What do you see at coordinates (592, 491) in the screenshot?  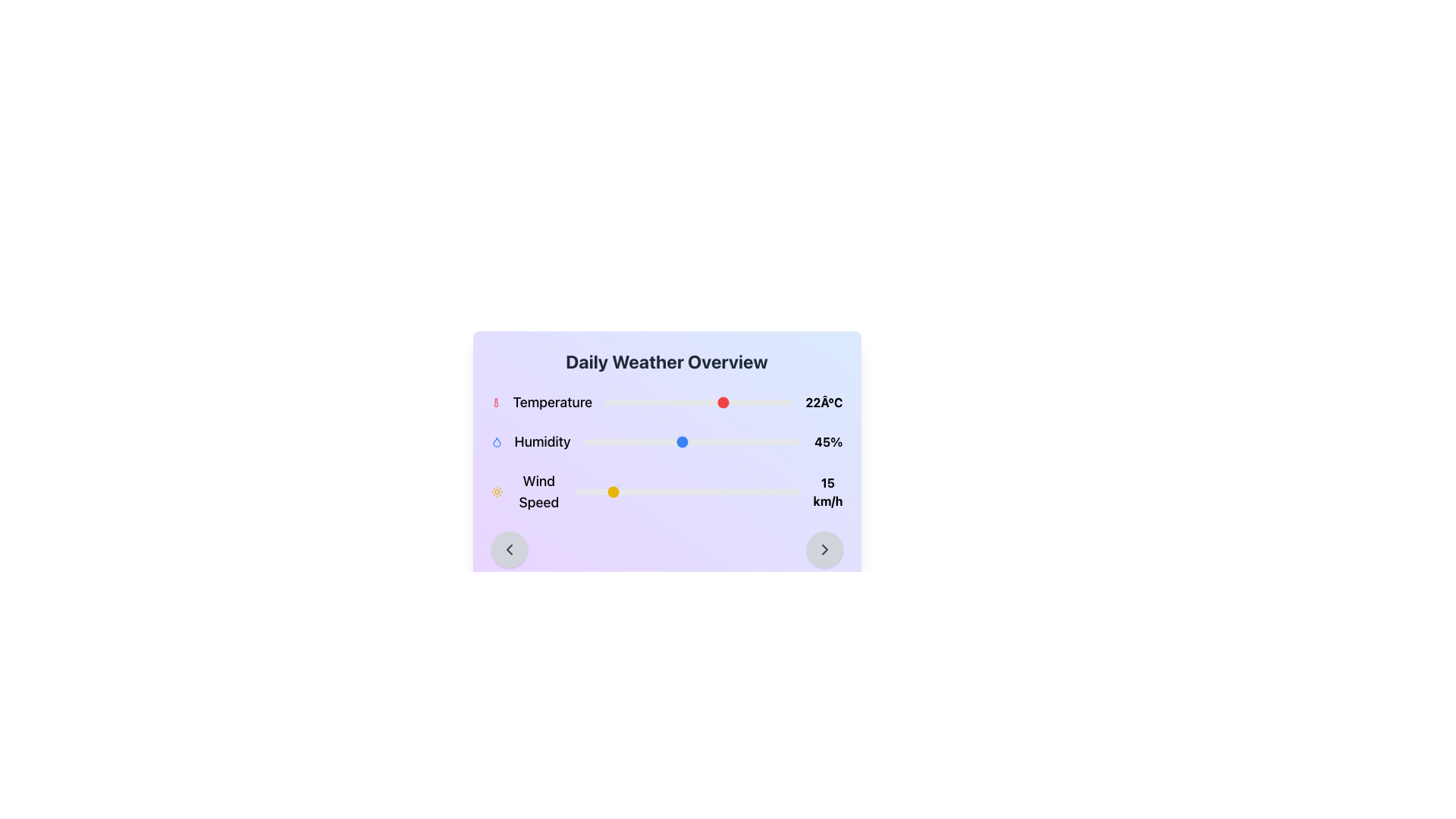 I see `the wind speed` at bounding box center [592, 491].